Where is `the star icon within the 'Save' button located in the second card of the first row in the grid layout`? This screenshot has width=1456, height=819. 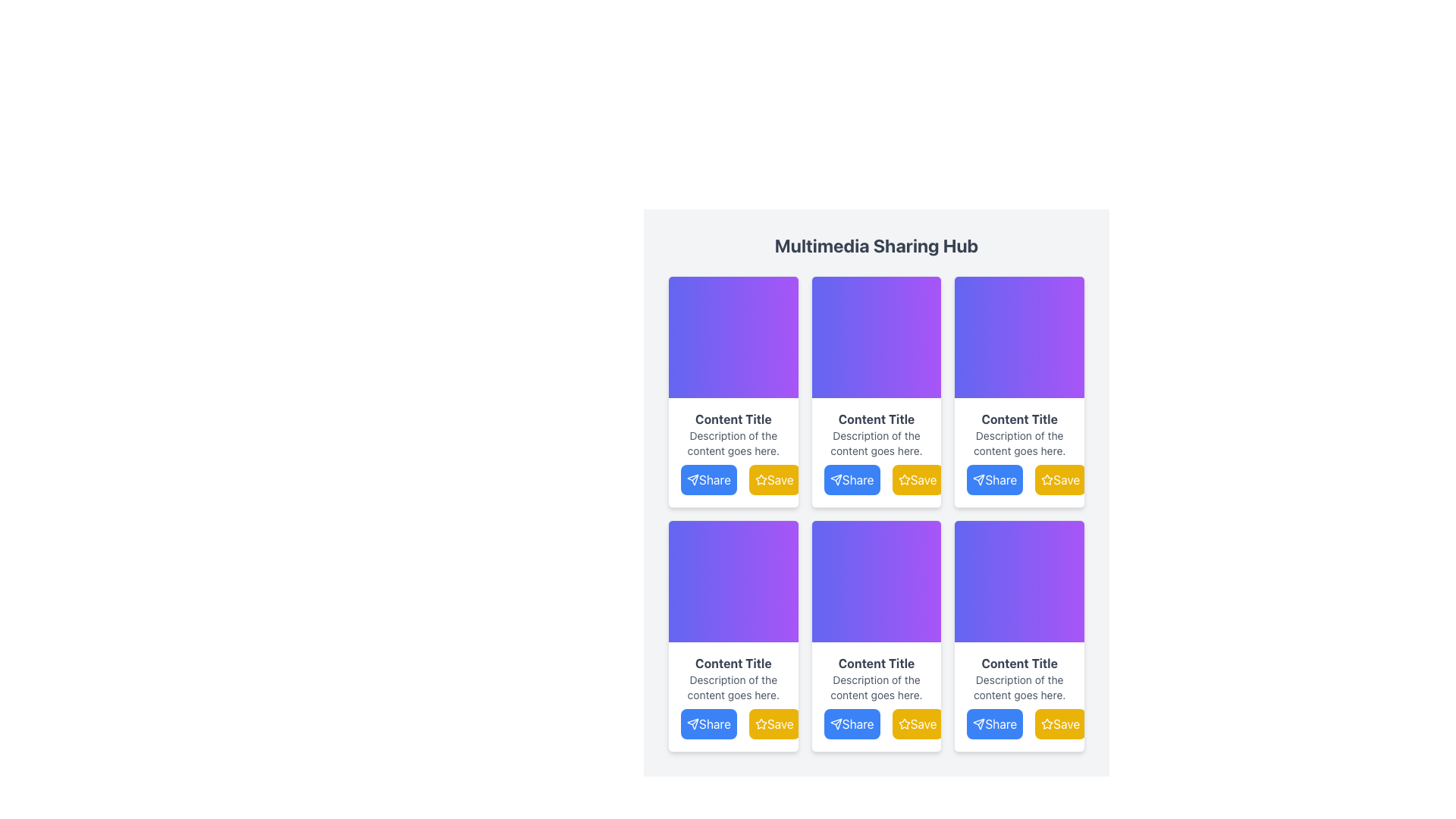
the star icon within the 'Save' button located in the second card of the first row in the grid layout is located at coordinates (903, 479).